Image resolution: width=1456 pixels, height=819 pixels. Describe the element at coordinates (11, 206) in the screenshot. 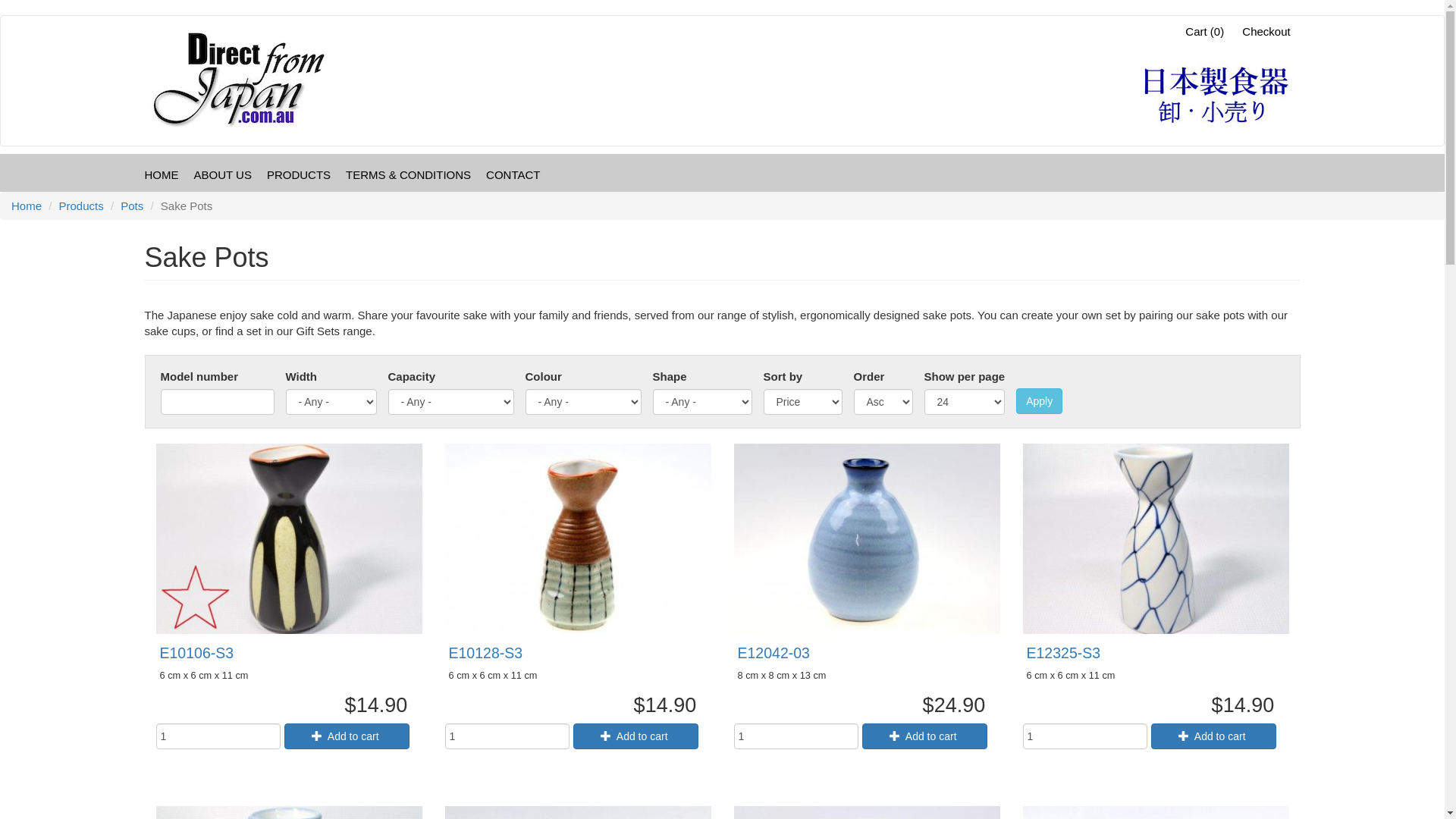

I see `'Home'` at that location.